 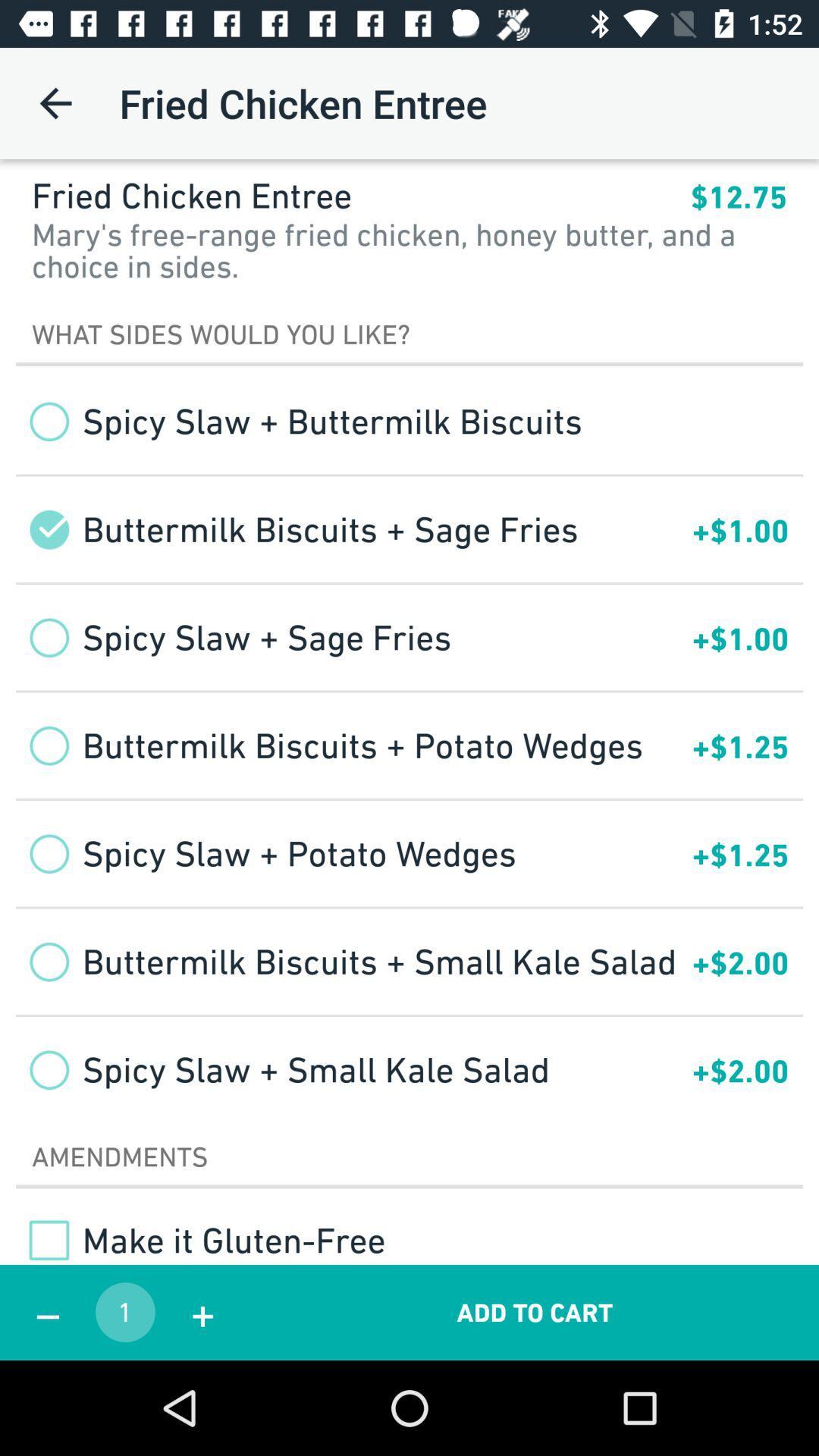 What do you see at coordinates (55, 102) in the screenshot?
I see `the item next to fried chicken entree icon` at bounding box center [55, 102].